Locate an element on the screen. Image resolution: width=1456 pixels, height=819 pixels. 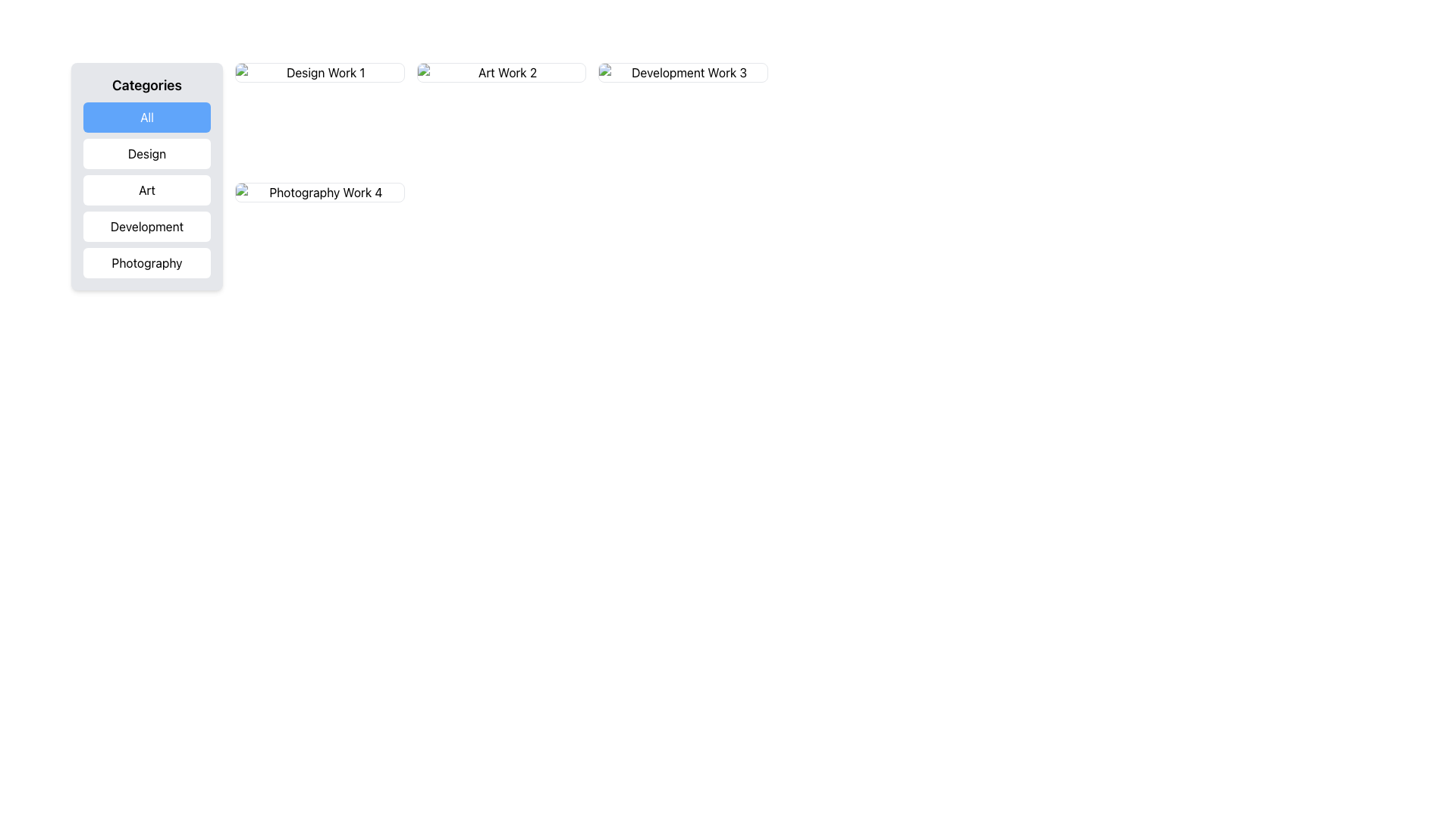
the first image placeholder that displays the text 'Design' in the center, located at the top-left corner of the layout is located at coordinates (318, 73).